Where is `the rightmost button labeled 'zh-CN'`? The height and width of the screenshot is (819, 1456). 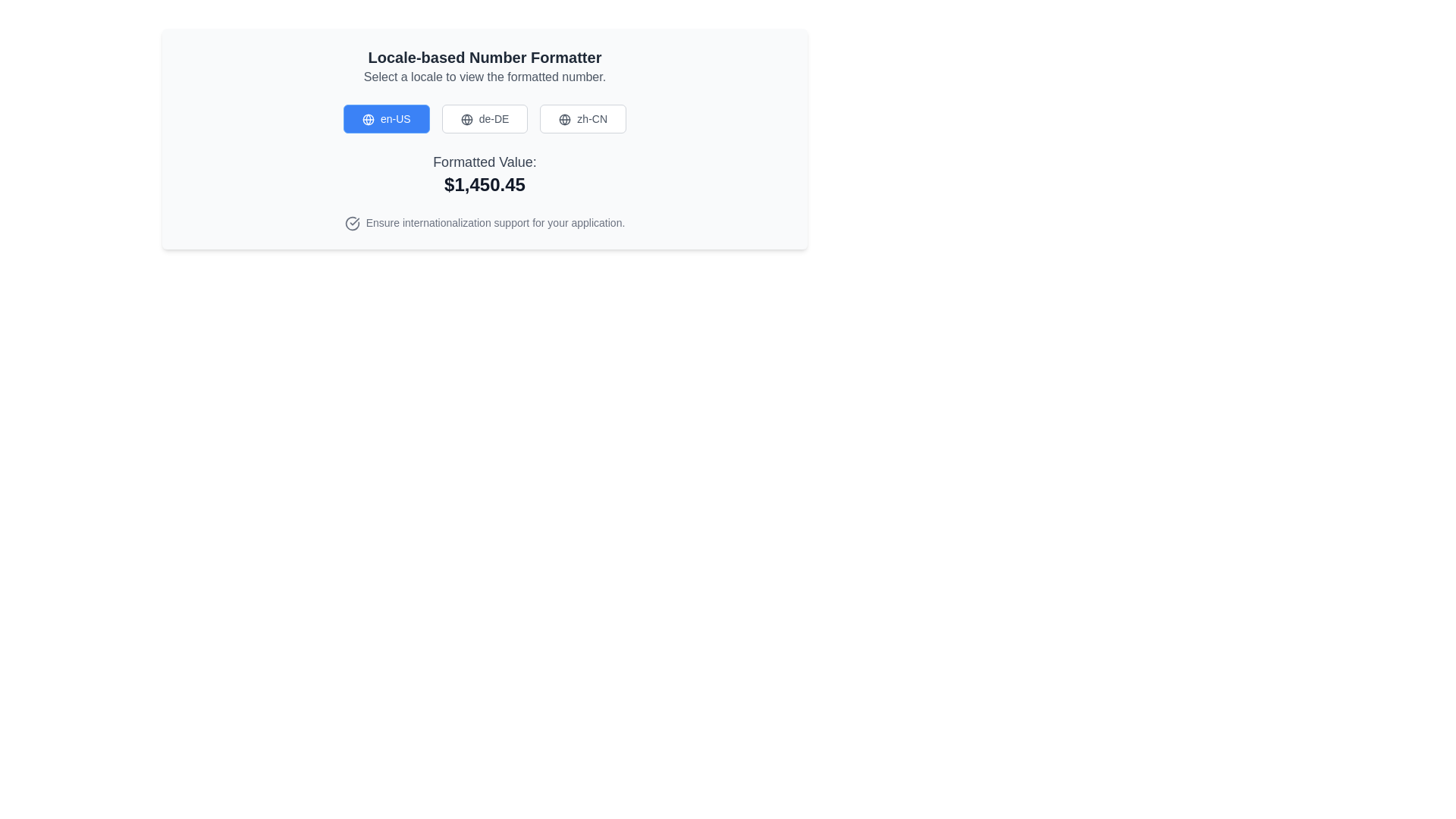 the rightmost button labeled 'zh-CN' is located at coordinates (582, 118).